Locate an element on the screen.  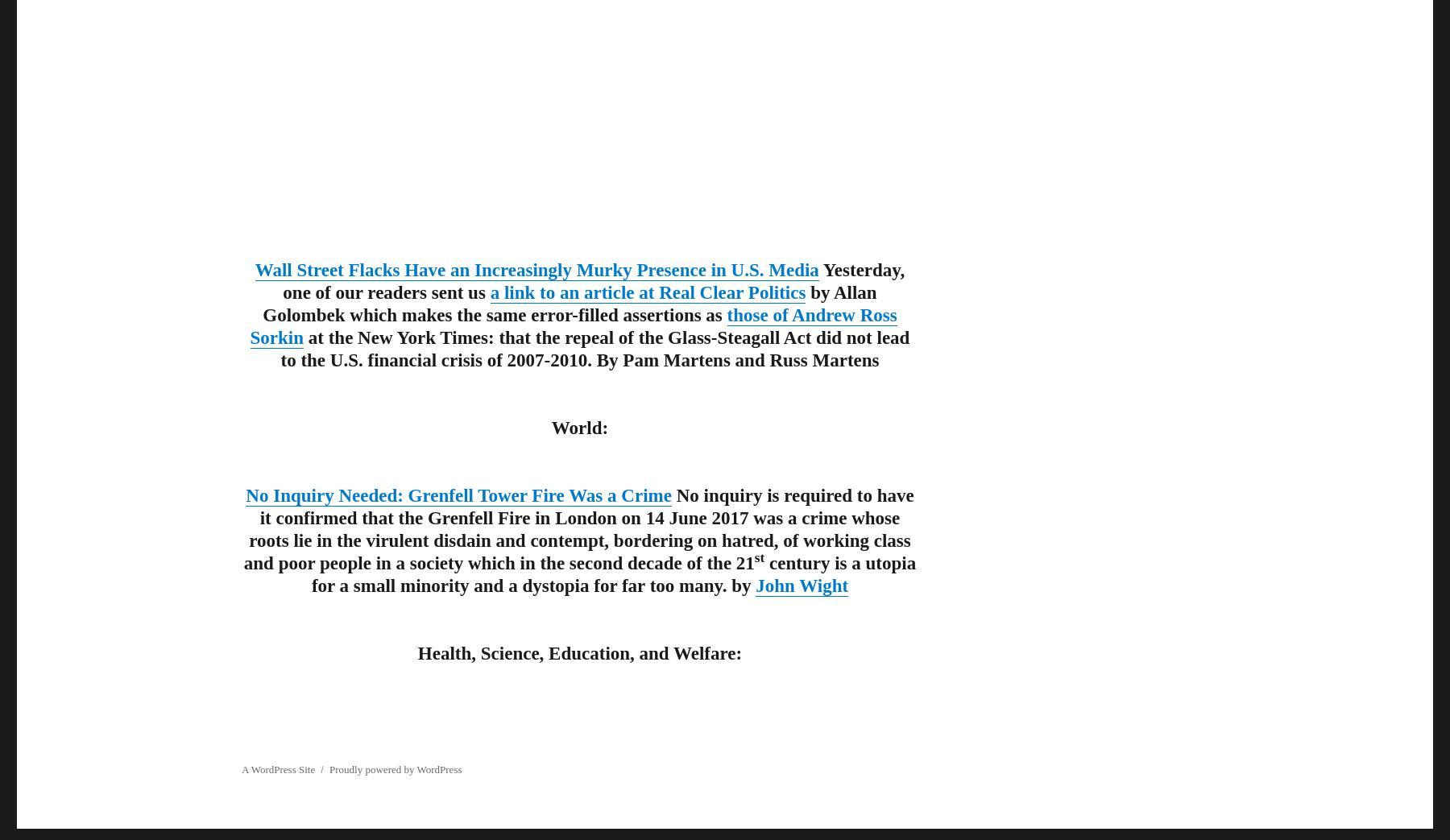
'Wall Street Flacks Have an Increasingly Murky Presence in U.S. Media' is located at coordinates (536, 268).